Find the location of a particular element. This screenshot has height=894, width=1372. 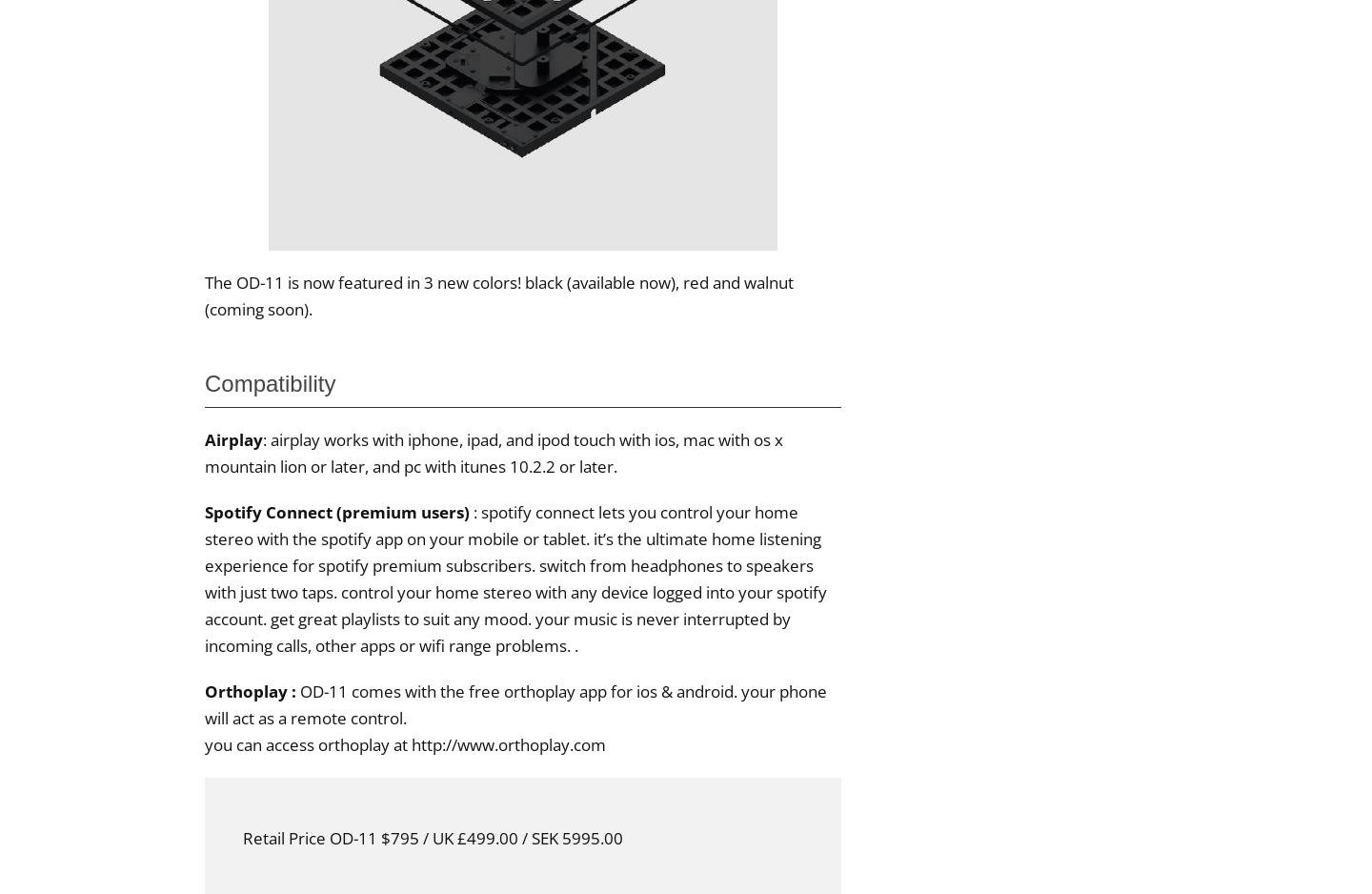

'The OD-11 is now featured in 3 new colors! black (available now), red and walnut (coming soon).' is located at coordinates (498, 294).